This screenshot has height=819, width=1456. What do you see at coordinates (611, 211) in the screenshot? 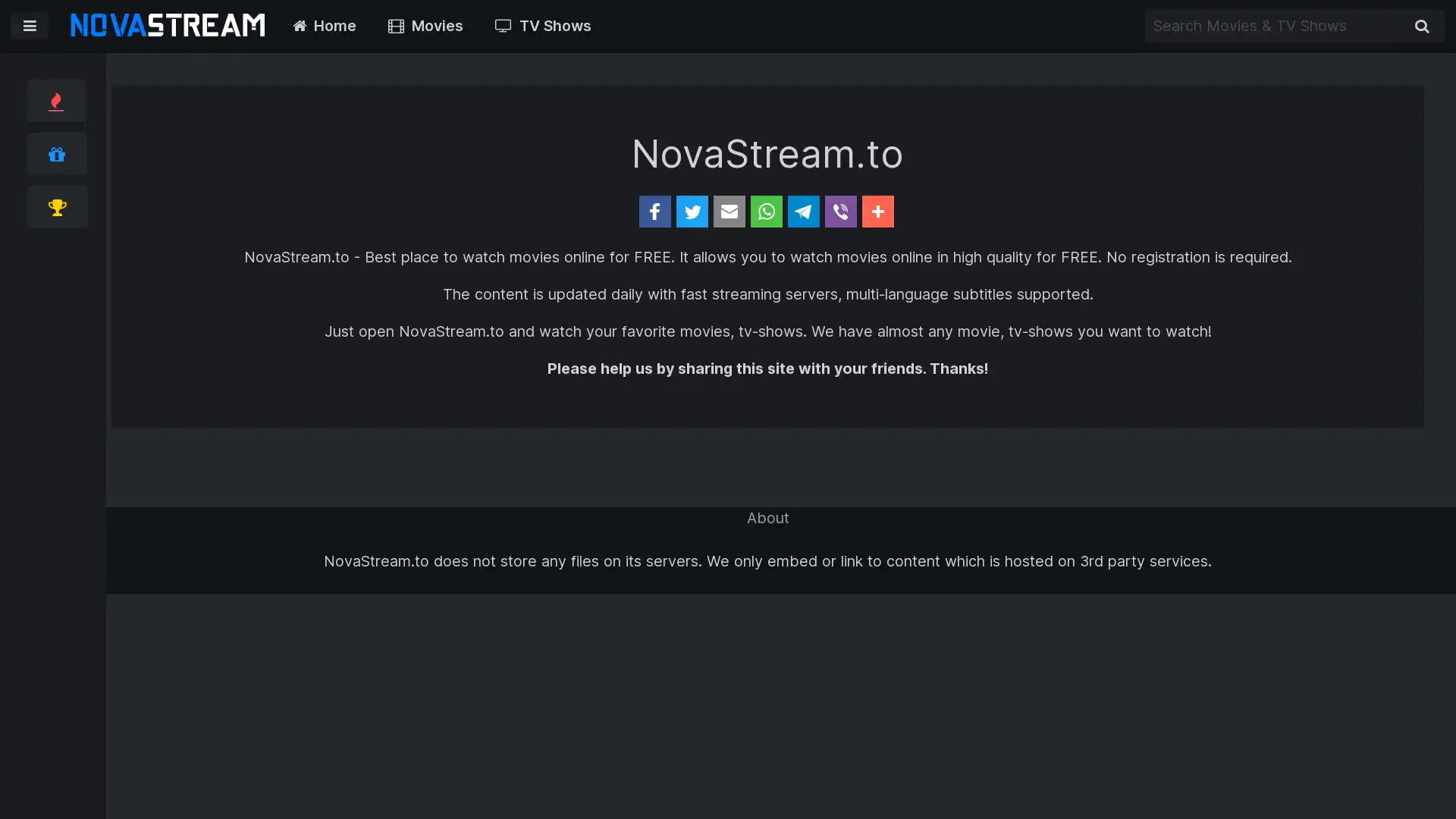
I see `Share to Twitter Twitter` at bounding box center [611, 211].